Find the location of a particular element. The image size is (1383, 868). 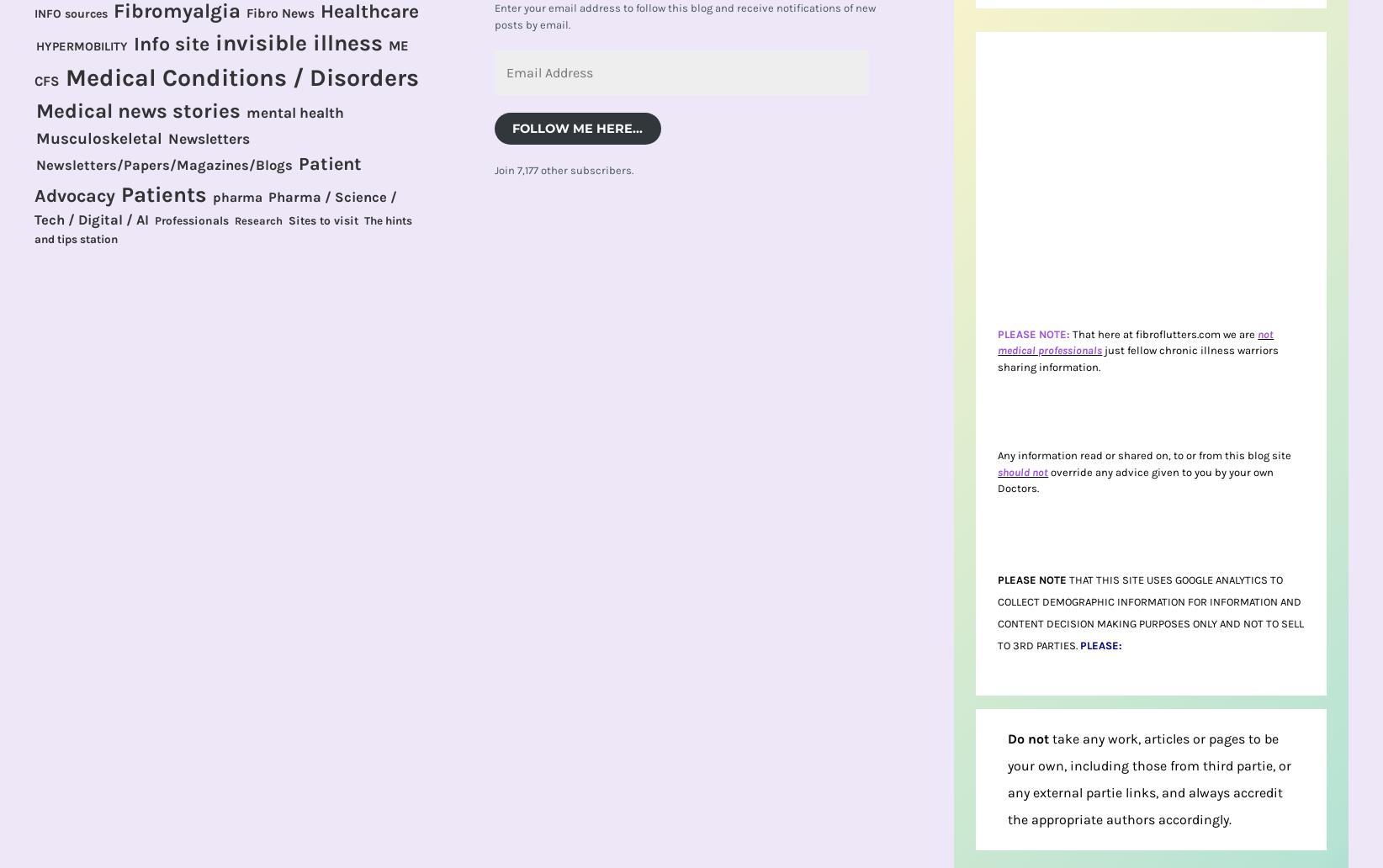

'pharma' is located at coordinates (237, 195).